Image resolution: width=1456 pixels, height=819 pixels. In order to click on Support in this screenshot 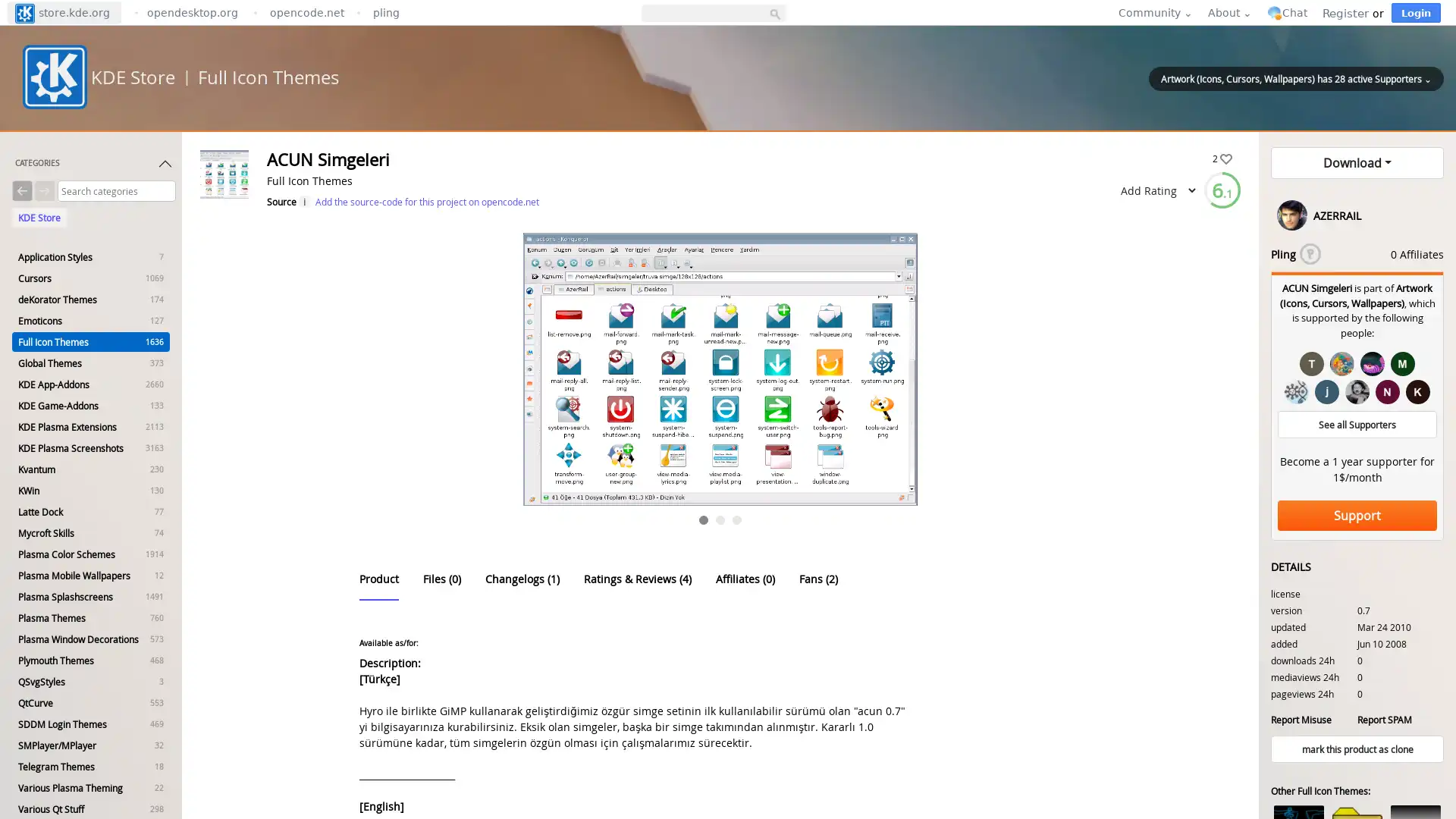, I will do `click(1357, 514)`.